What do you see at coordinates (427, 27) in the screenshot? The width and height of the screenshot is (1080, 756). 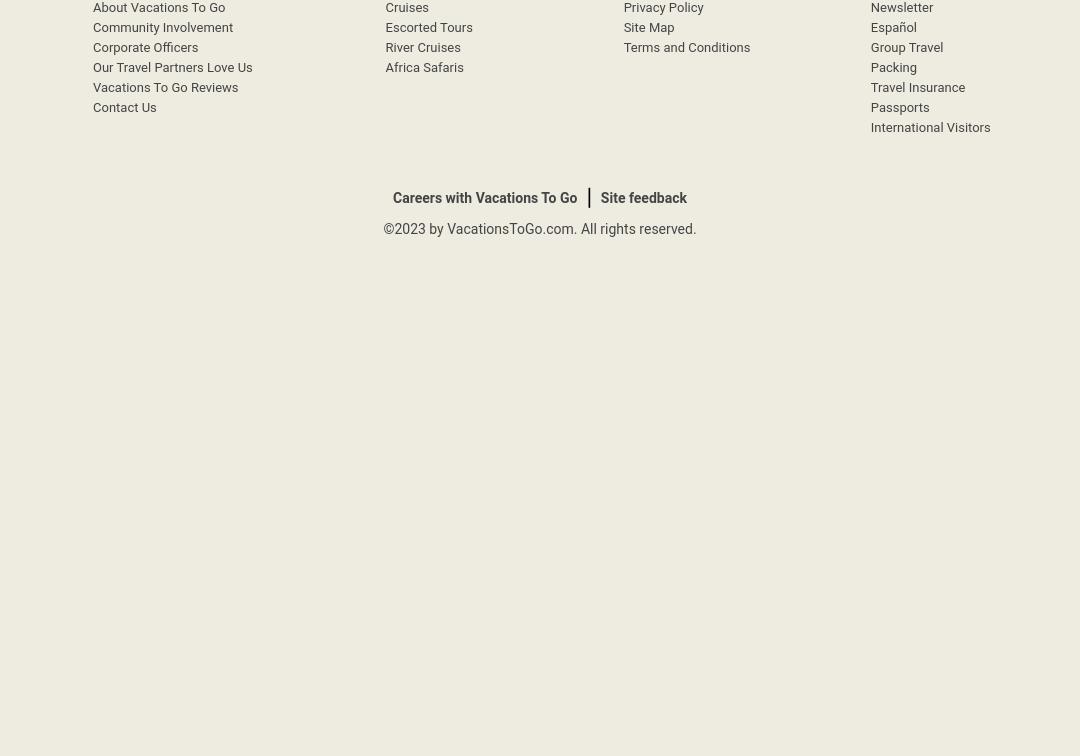 I see `'Escorted Tours'` at bounding box center [427, 27].